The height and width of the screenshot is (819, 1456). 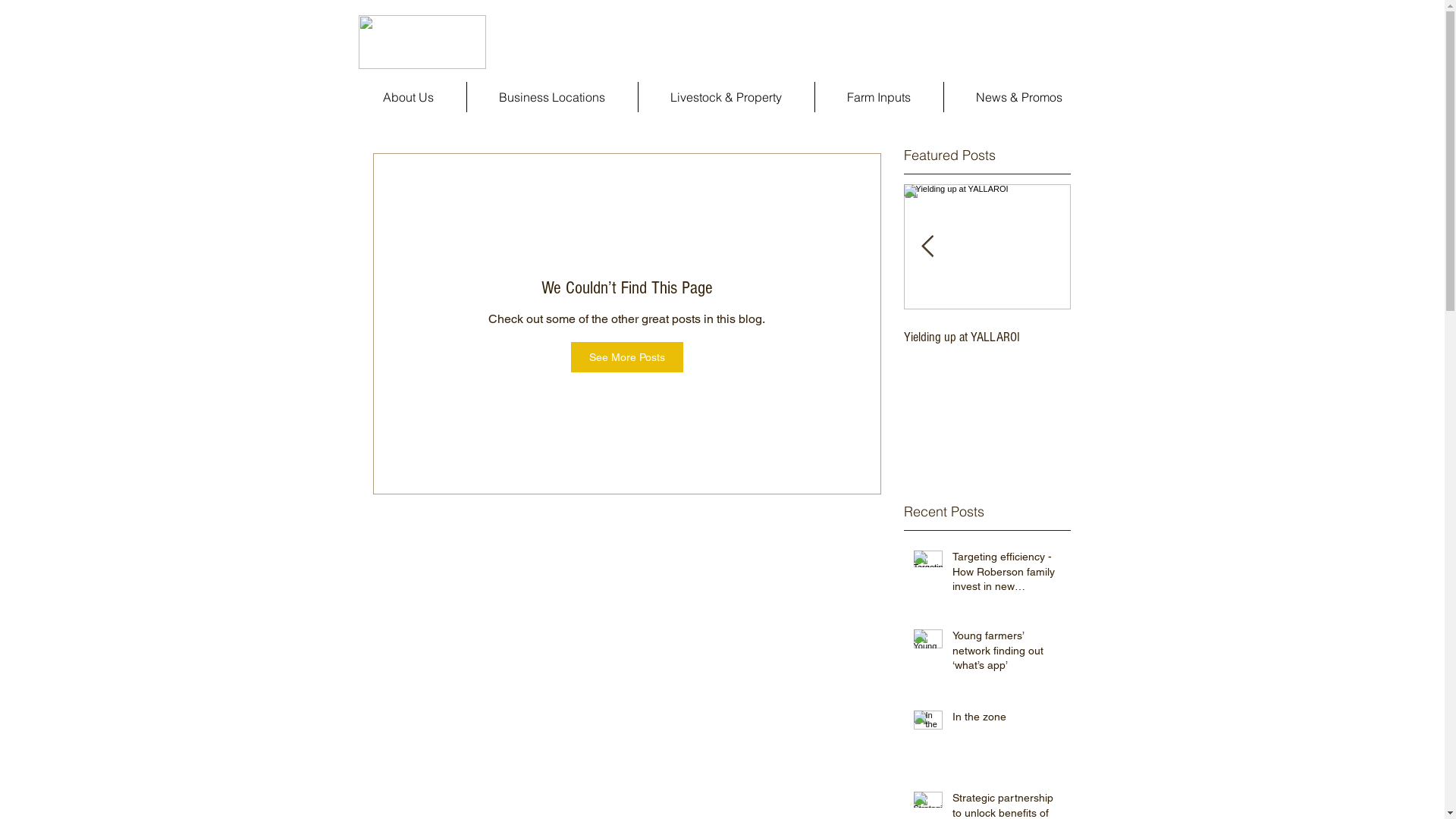 I want to click on 'Livestock & Property', so click(x=638, y=96).